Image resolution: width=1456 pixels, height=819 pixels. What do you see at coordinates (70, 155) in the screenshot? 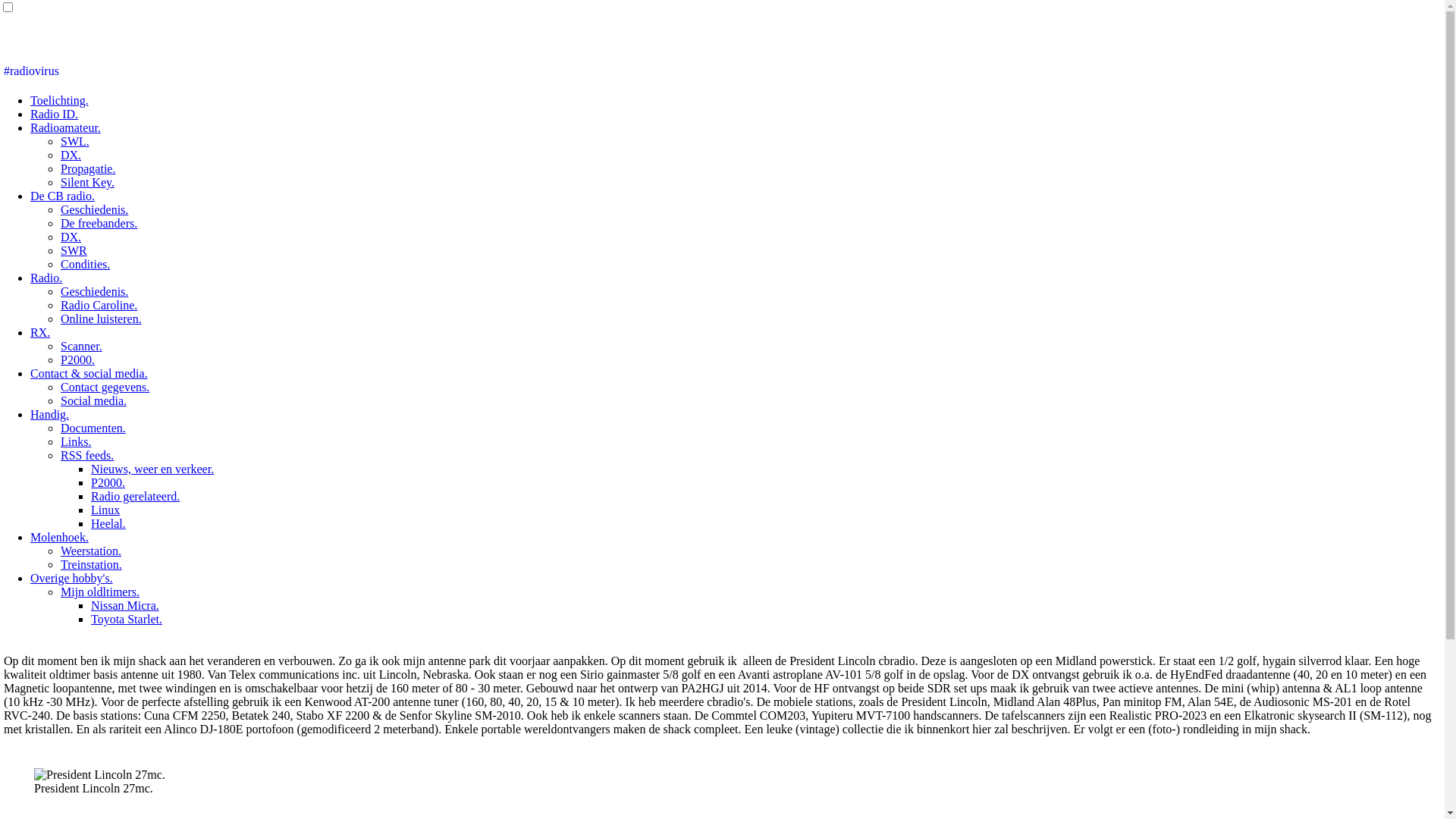
I see `'DX.'` at bounding box center [70, 155].